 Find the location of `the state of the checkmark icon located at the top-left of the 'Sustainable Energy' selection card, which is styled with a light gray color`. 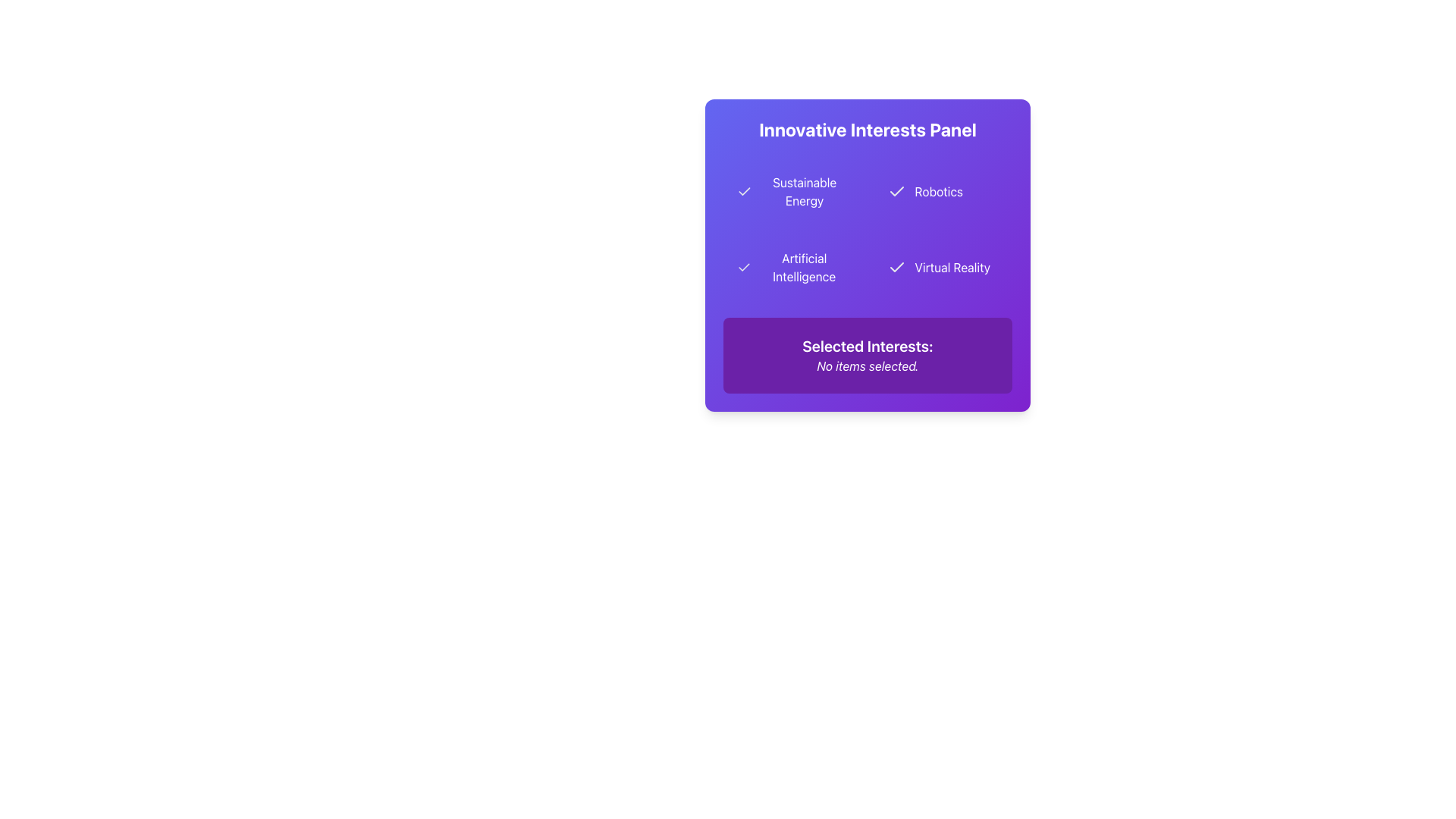

the state of the checkmark icon located at the top-left of the 'Sustainable Energy' selection card, which is styled with a light gray color is located at coordinates (744, 191).